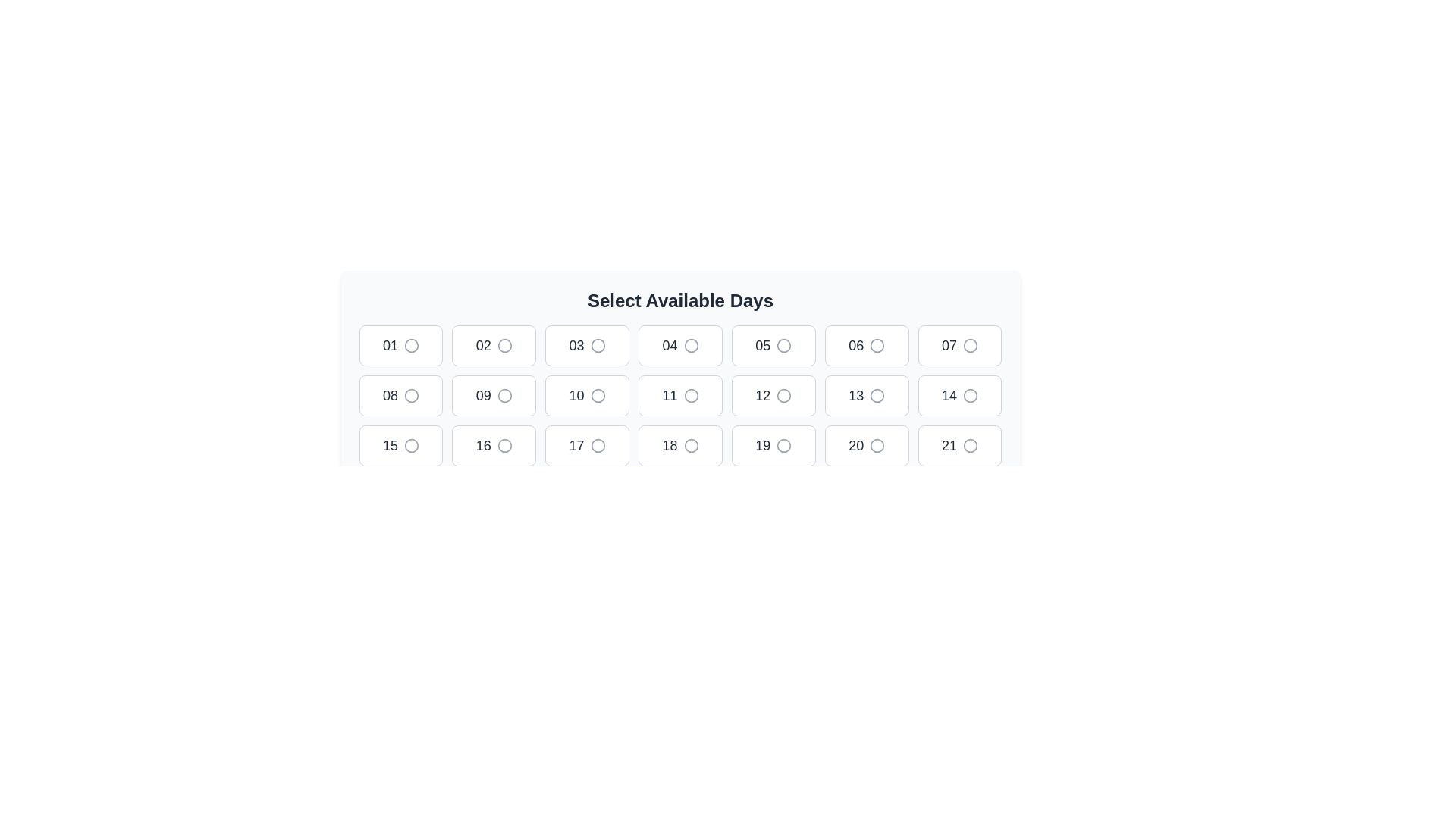 This screenshot has width=1456, height=819. Describe the element at coordinates (971, 345) in the screenshot. I see `the radio button corresponding to the number '07'` at that location.